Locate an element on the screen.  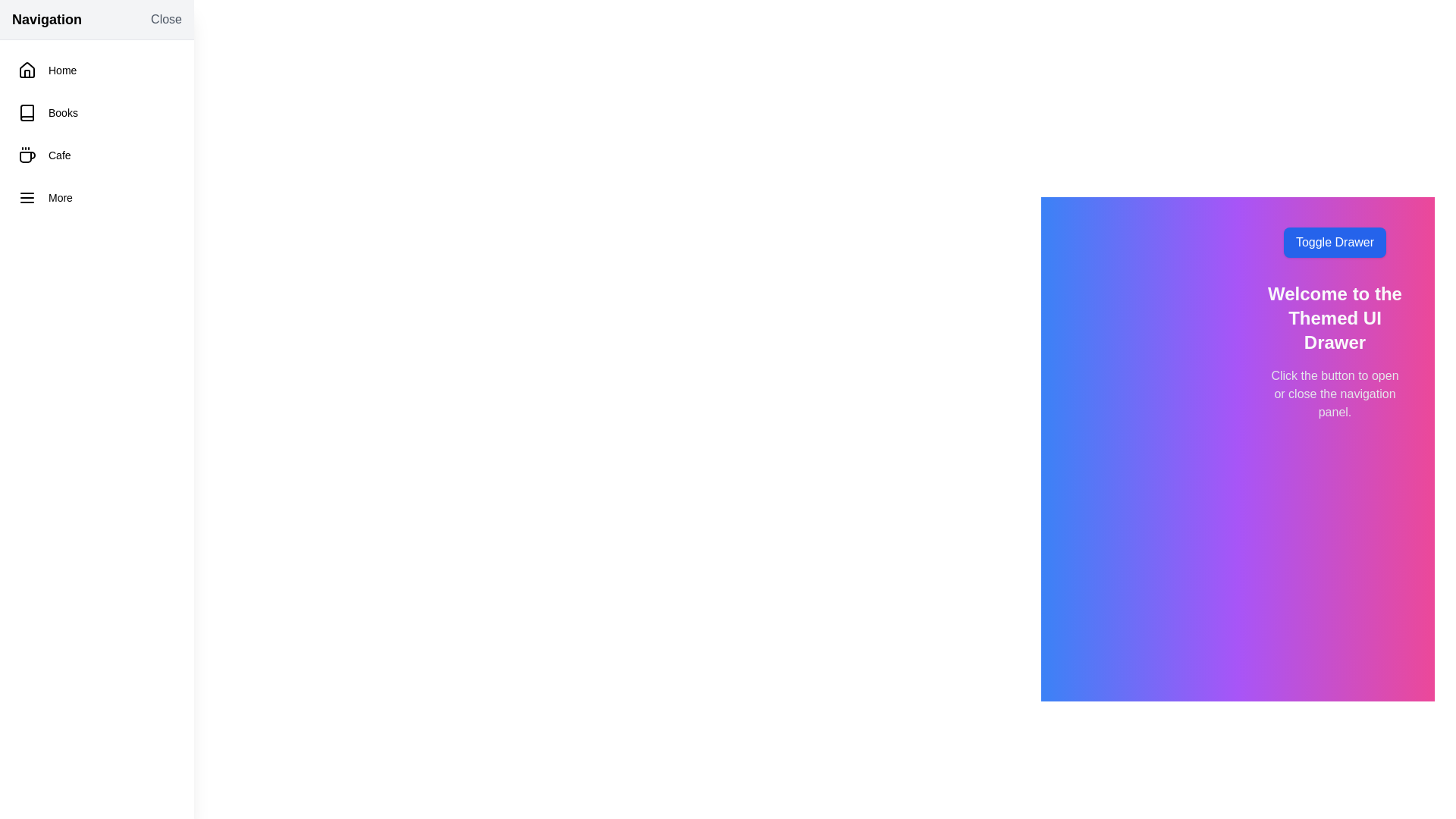
the navigation item labeled 'Books' is located at coordinates (96, 112).